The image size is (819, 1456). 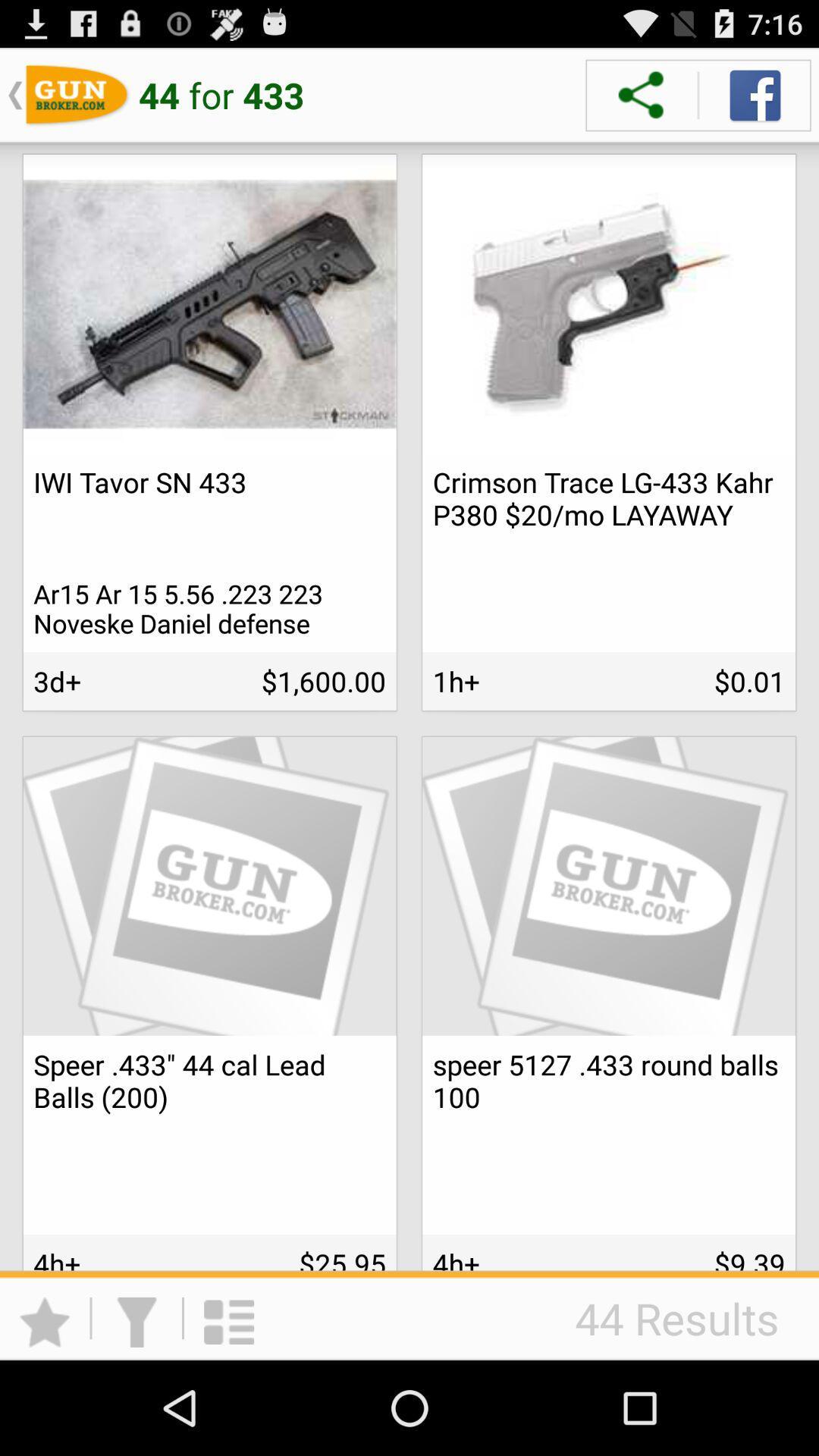 I want to click on the filter icon, so click(x=136, y=1410).